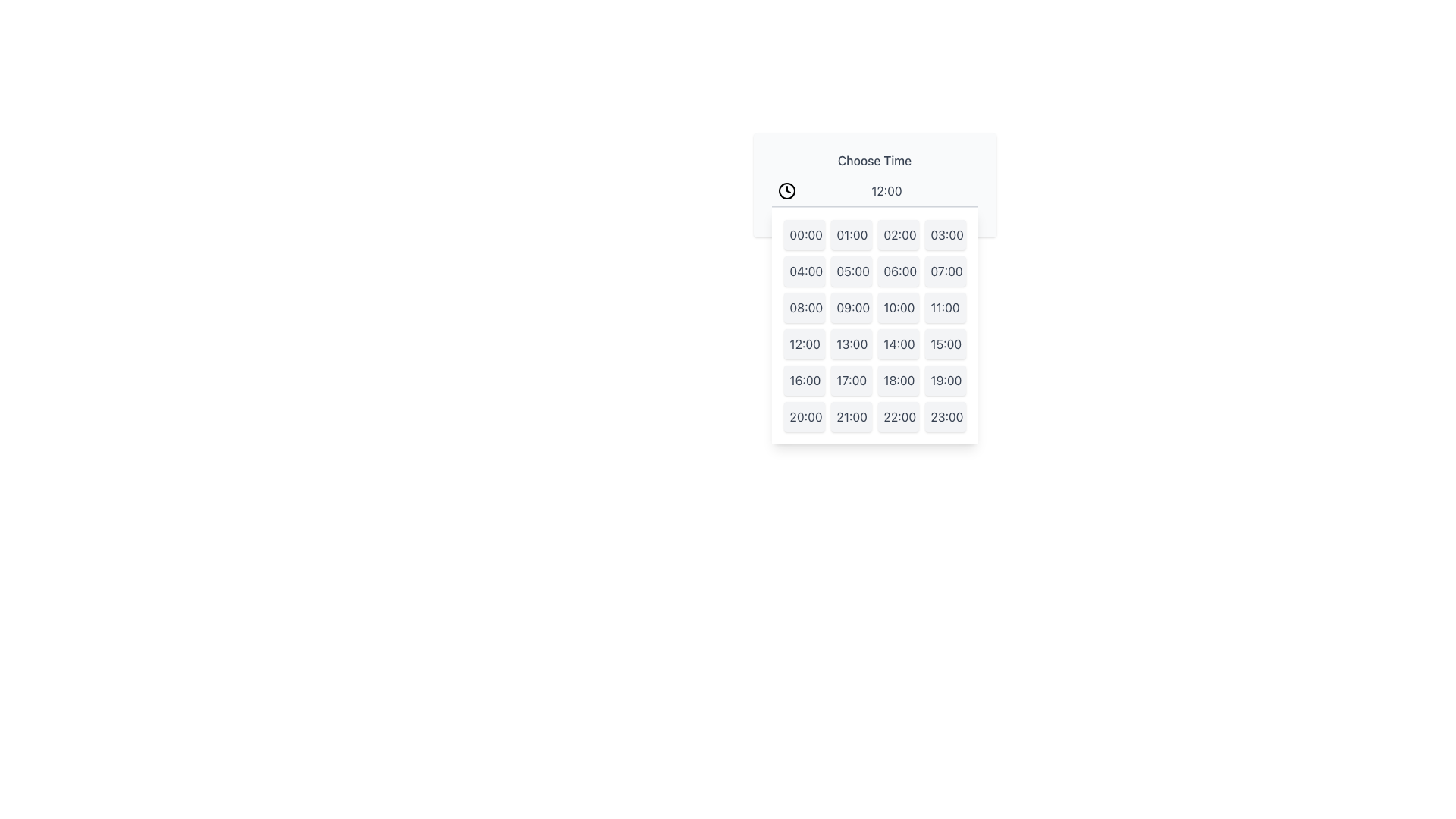 This screenshot has height=819, width=1456. I want to click on the button, so click(944, 344).